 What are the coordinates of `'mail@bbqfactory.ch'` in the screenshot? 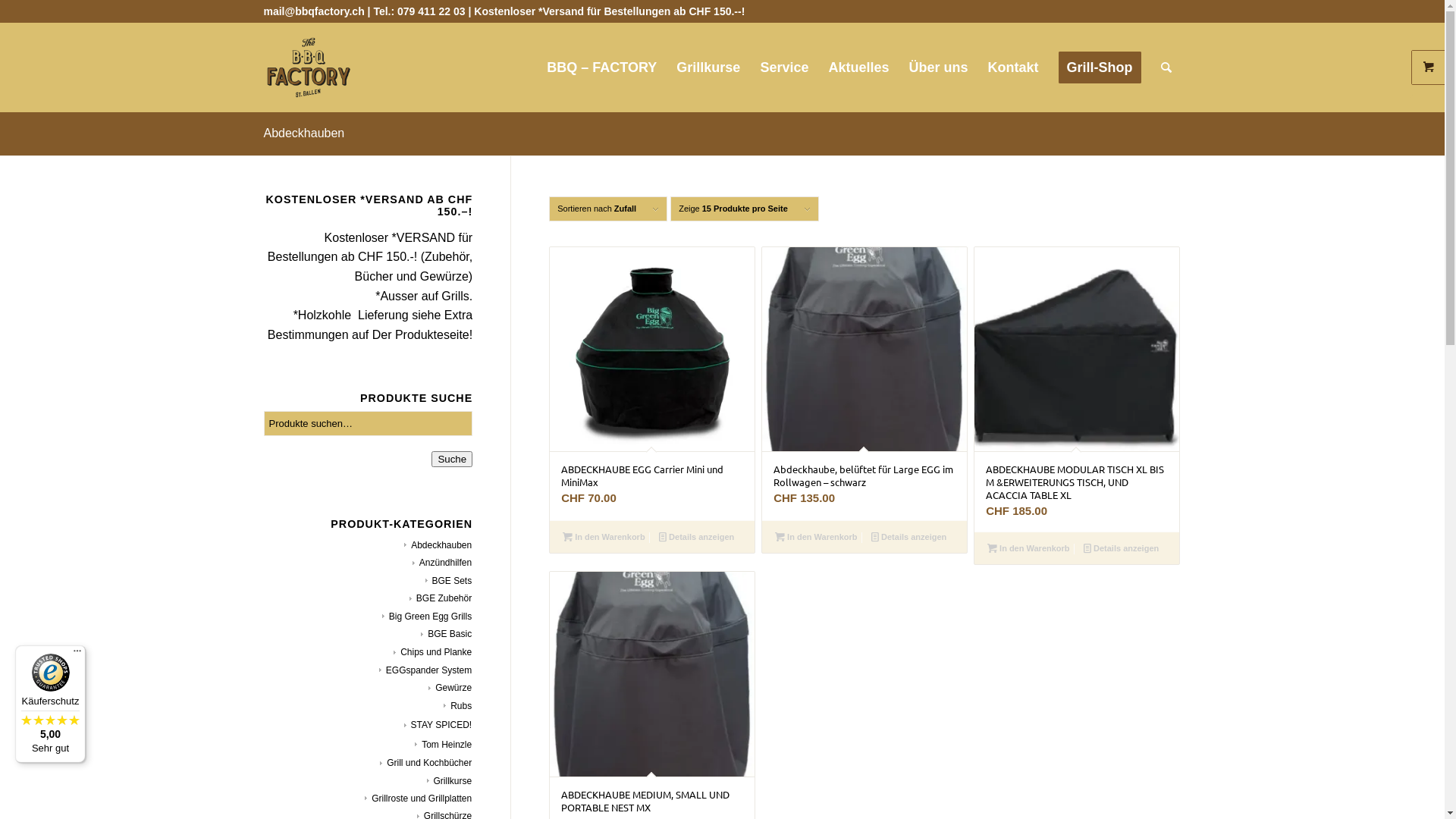 It's located at (313, 11).